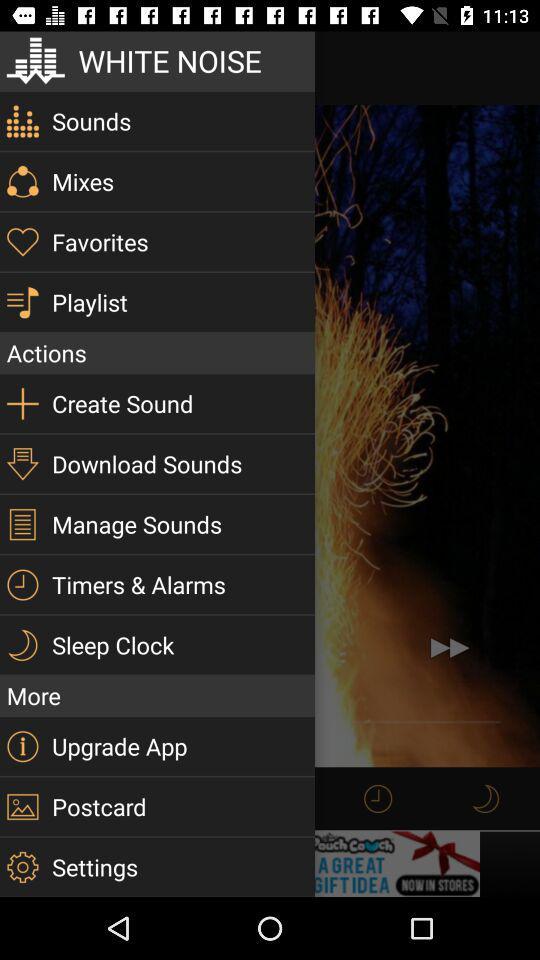  Describe the element at coordinates (21, 585) in the screenshot. I see `icon left to timers  alarms` at that location.